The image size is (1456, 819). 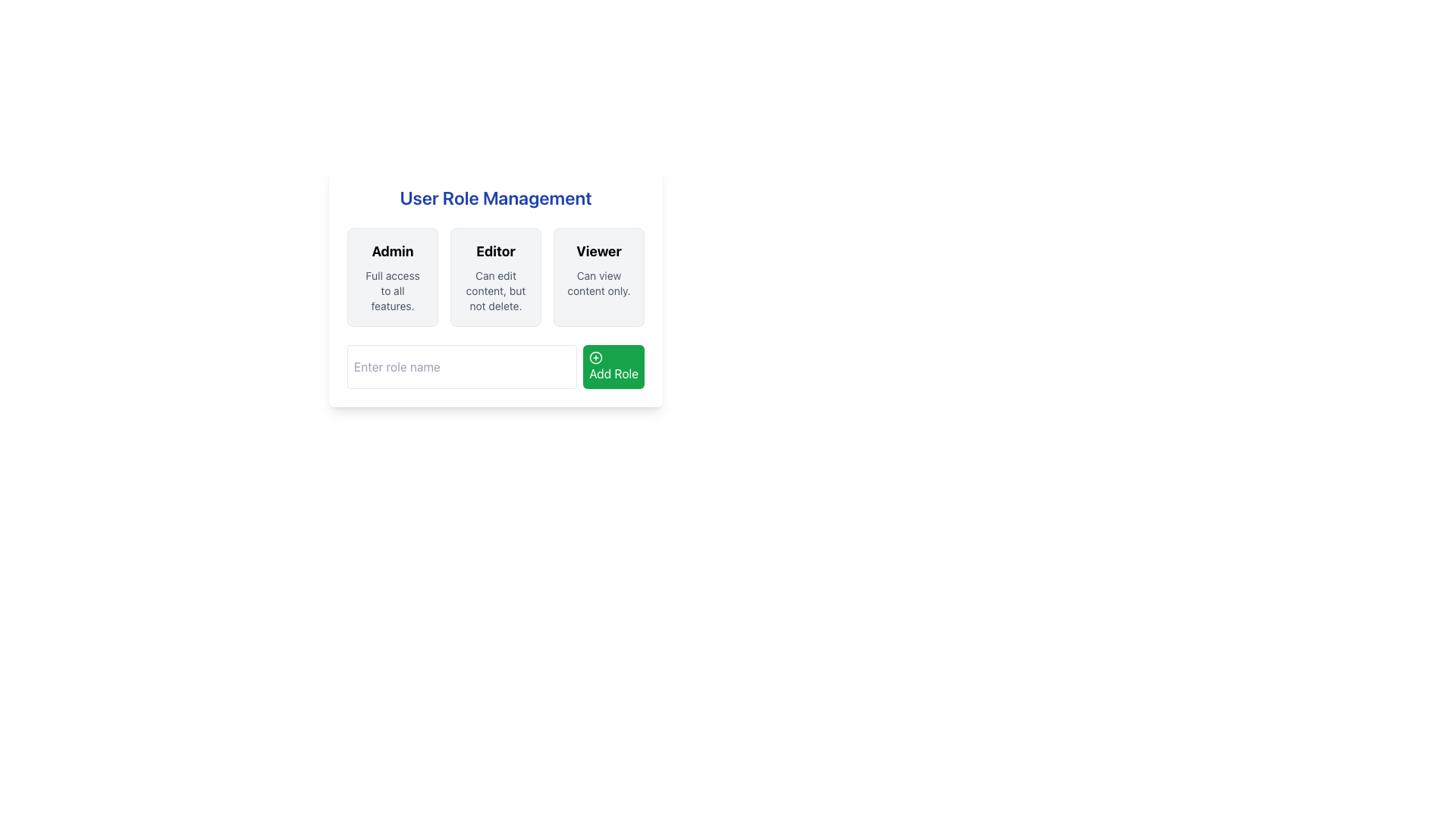 I want to click on the text label stating 'Can edit content, but not delete.' which is styled in light gray and appears below the title 'Editor' in the User Role Management interface, so click(x=495, y=291).